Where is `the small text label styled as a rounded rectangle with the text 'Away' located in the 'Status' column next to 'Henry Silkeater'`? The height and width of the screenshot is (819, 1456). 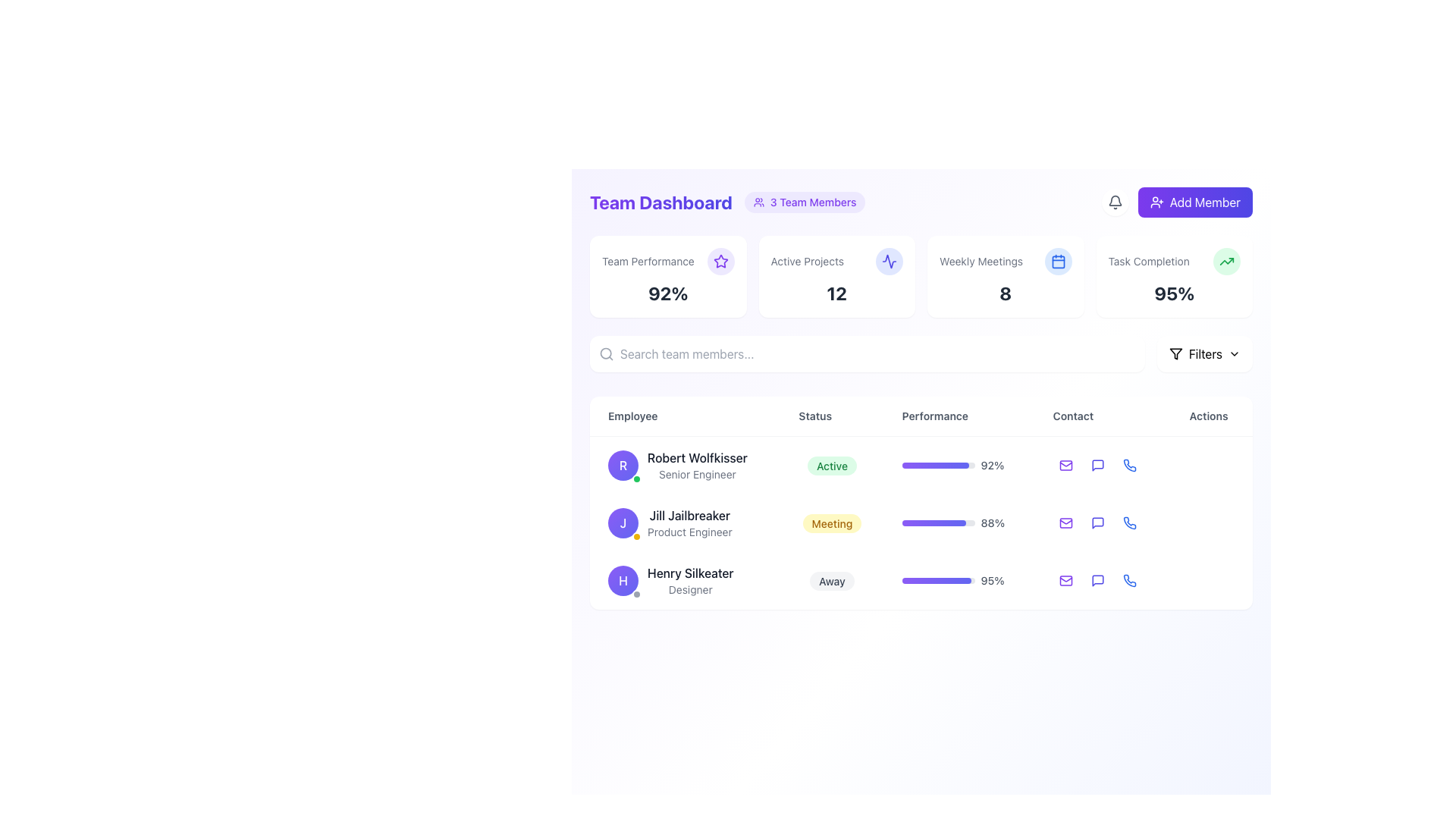
the small text label styled as a rounded rectangle with the text 'Away' located in the 'Status' column next to 'Henry Silkeater' is located at coordinates (831, 580).